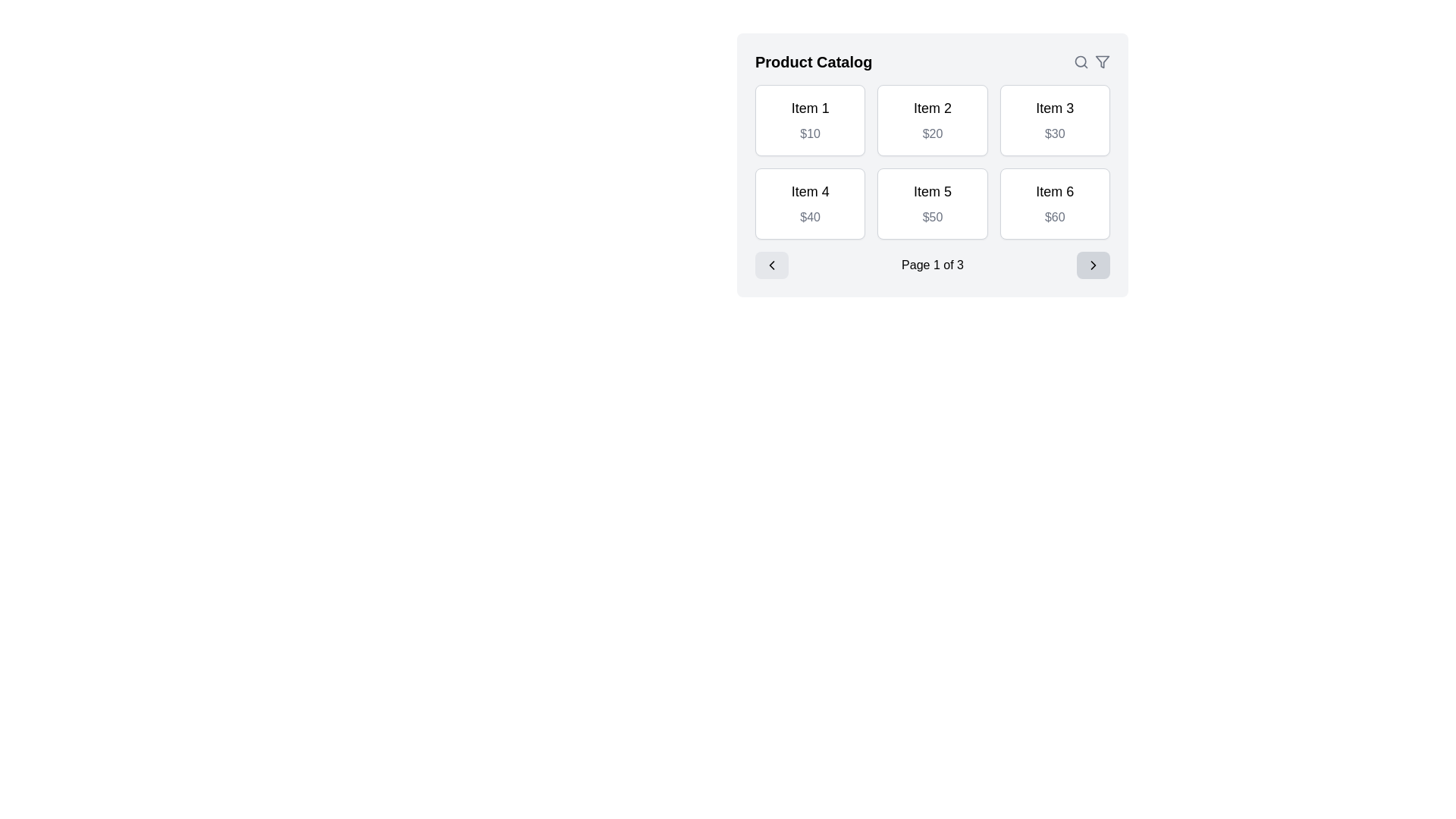  Describe the element at coordinates (1103, 61) in the screenshot. I see `the filter icon located to the right of the search icon in the top-right corner of the interface` at that location.